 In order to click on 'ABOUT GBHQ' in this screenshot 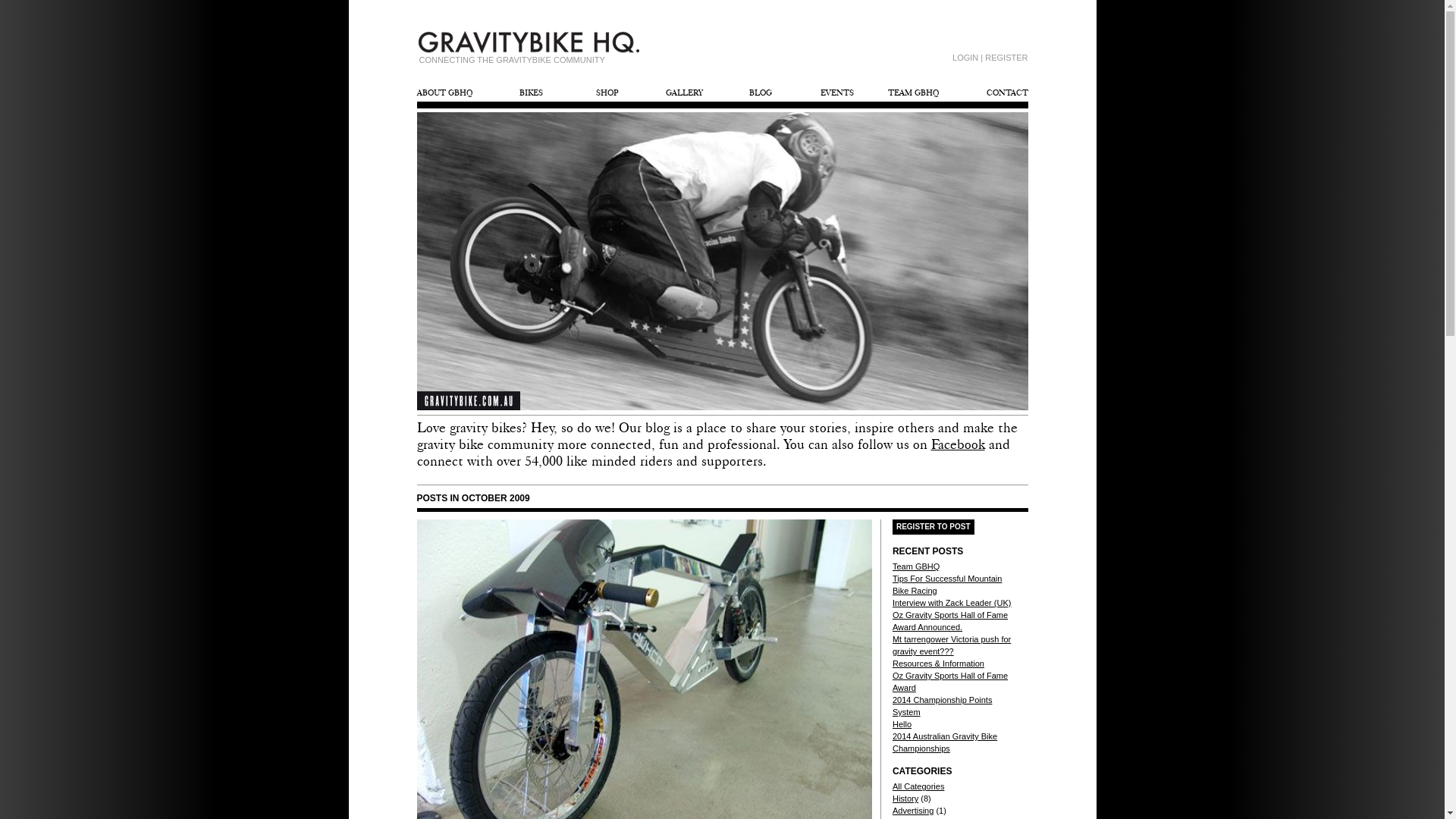, I will do `click(454, 93)`.